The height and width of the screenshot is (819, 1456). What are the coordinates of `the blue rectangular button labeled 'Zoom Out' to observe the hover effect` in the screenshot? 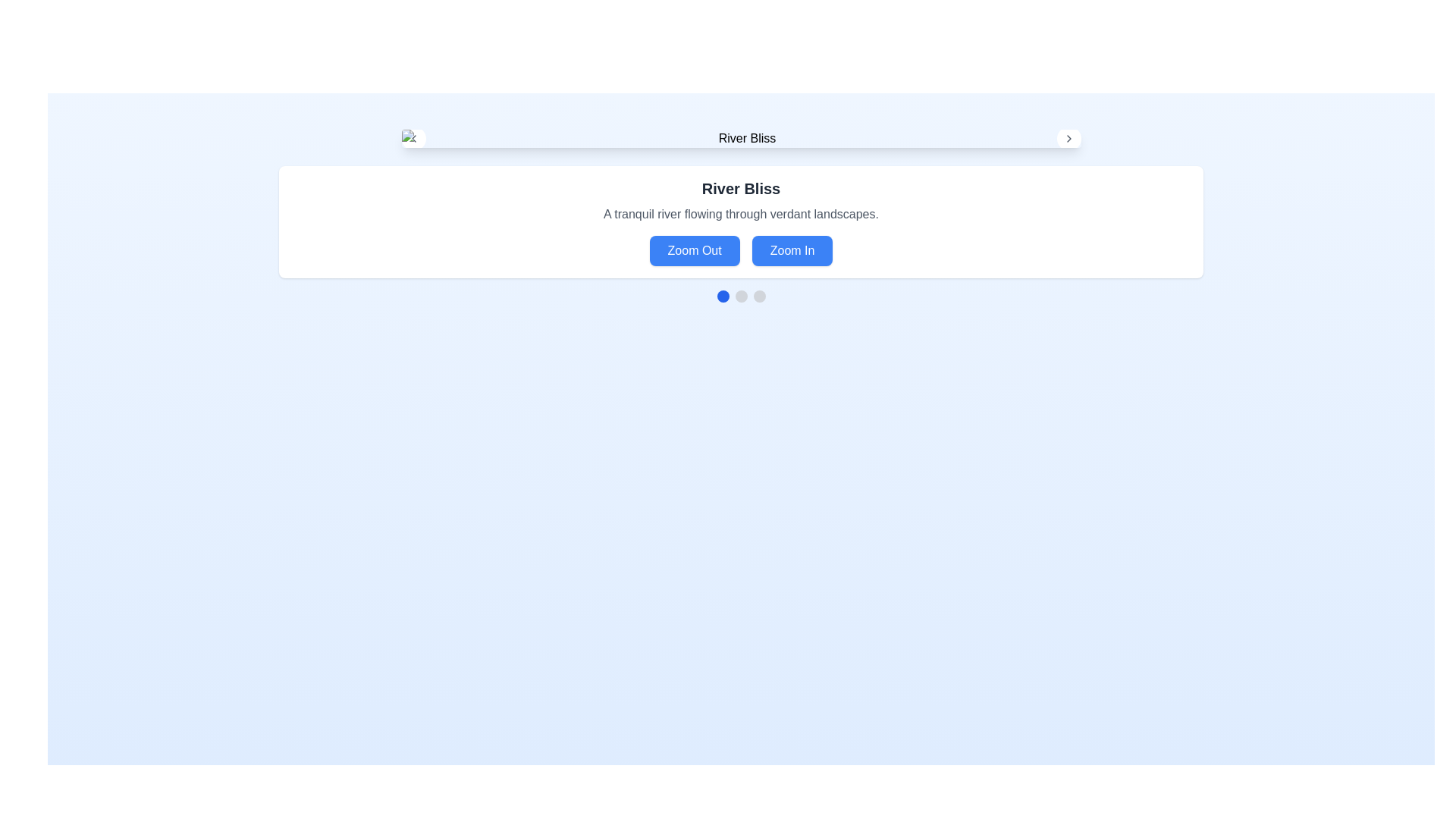 It's located at (694, 250).